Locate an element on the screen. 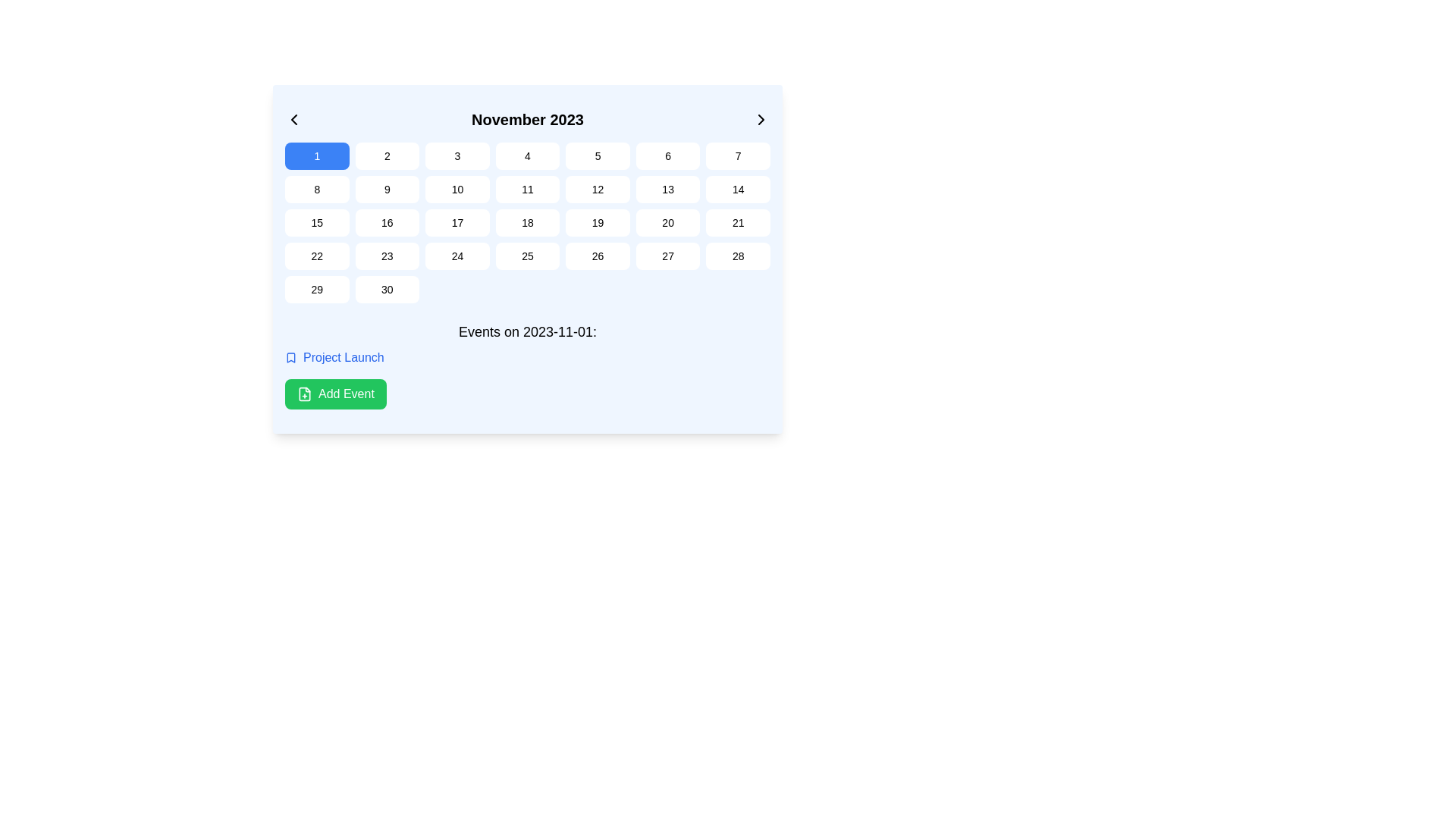 The width and height of the screenshot is (1456, 819). the button representing the 22nd day of the month on the calendar interface is located at coordinates (316, 256).